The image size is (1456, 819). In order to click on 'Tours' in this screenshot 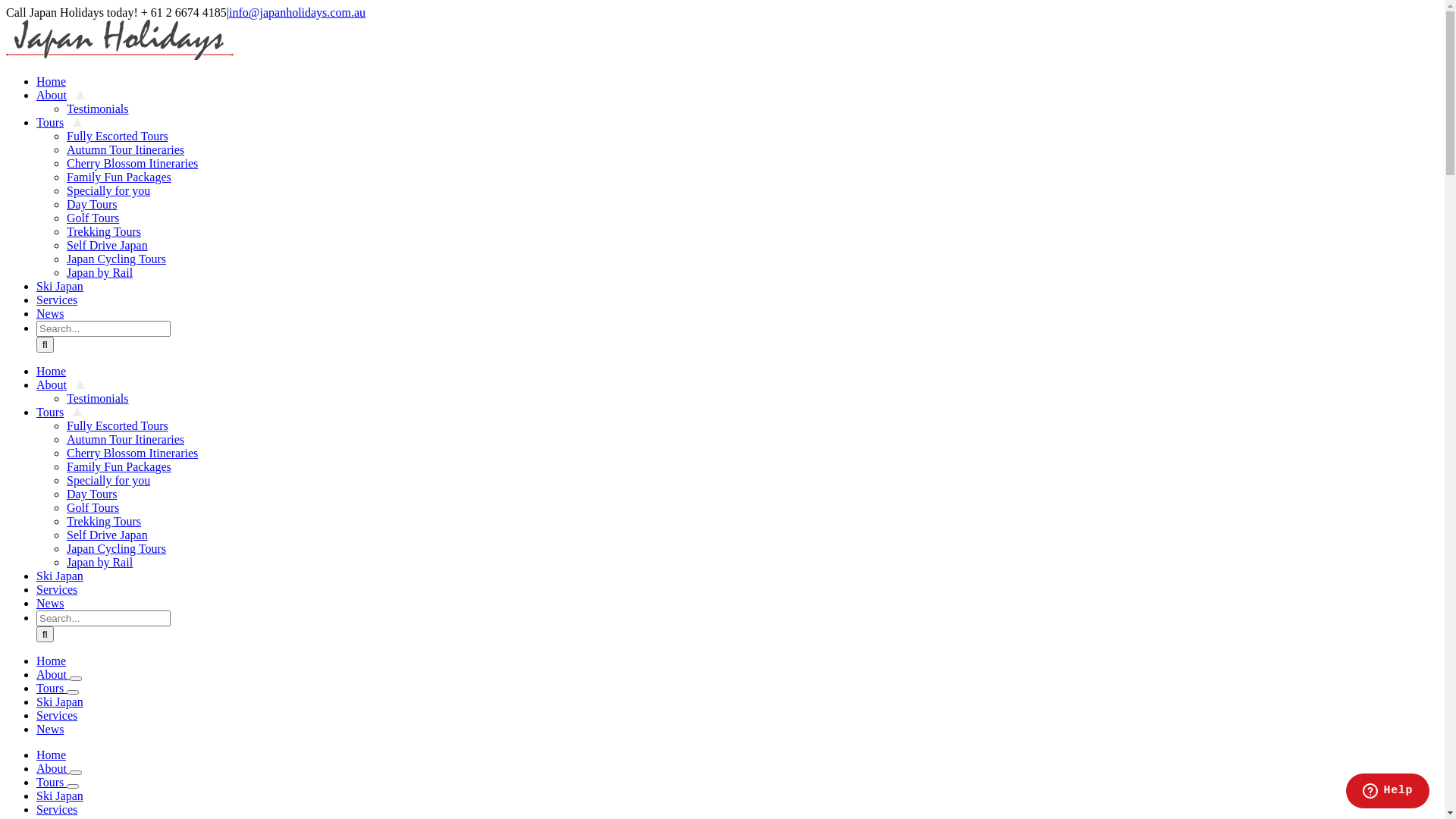, I will do `click(51, 782)`.